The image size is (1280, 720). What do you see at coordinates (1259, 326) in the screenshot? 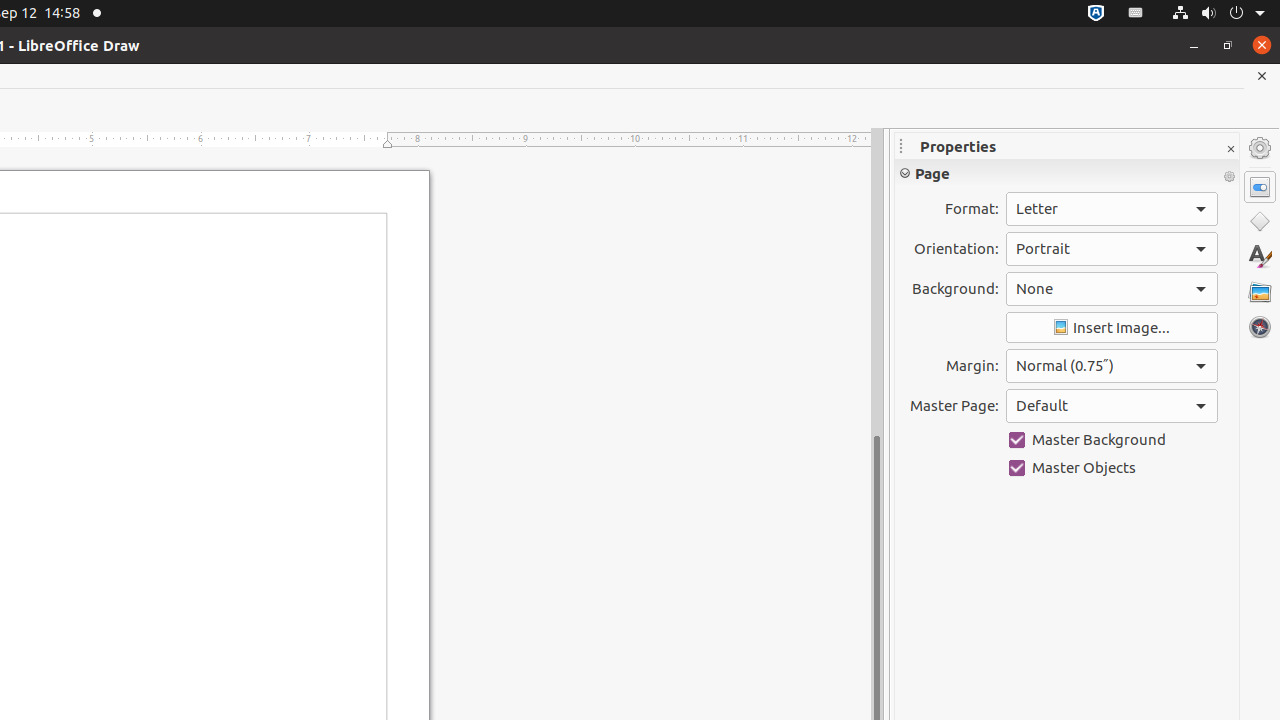
I see `'Navigator'` at bounding box center [1259, 326].